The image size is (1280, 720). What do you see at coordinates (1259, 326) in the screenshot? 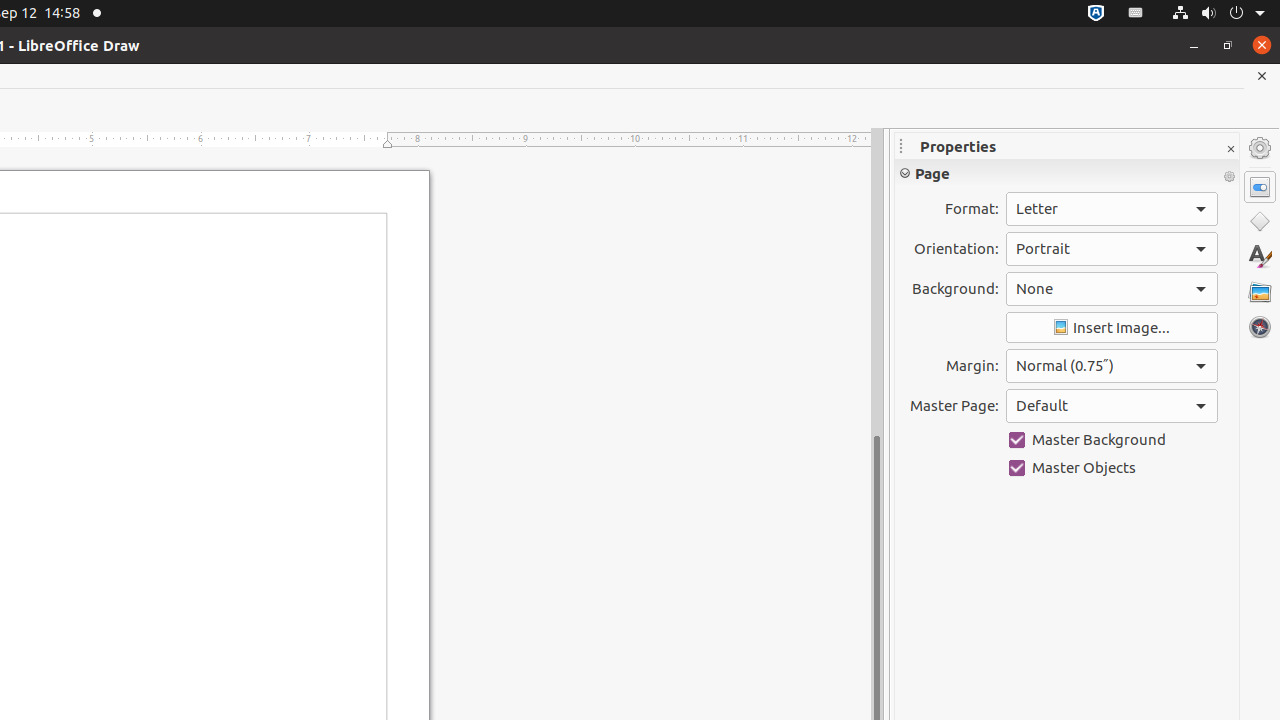
I see `'Navigator'` at bounding box center [1259, 326].